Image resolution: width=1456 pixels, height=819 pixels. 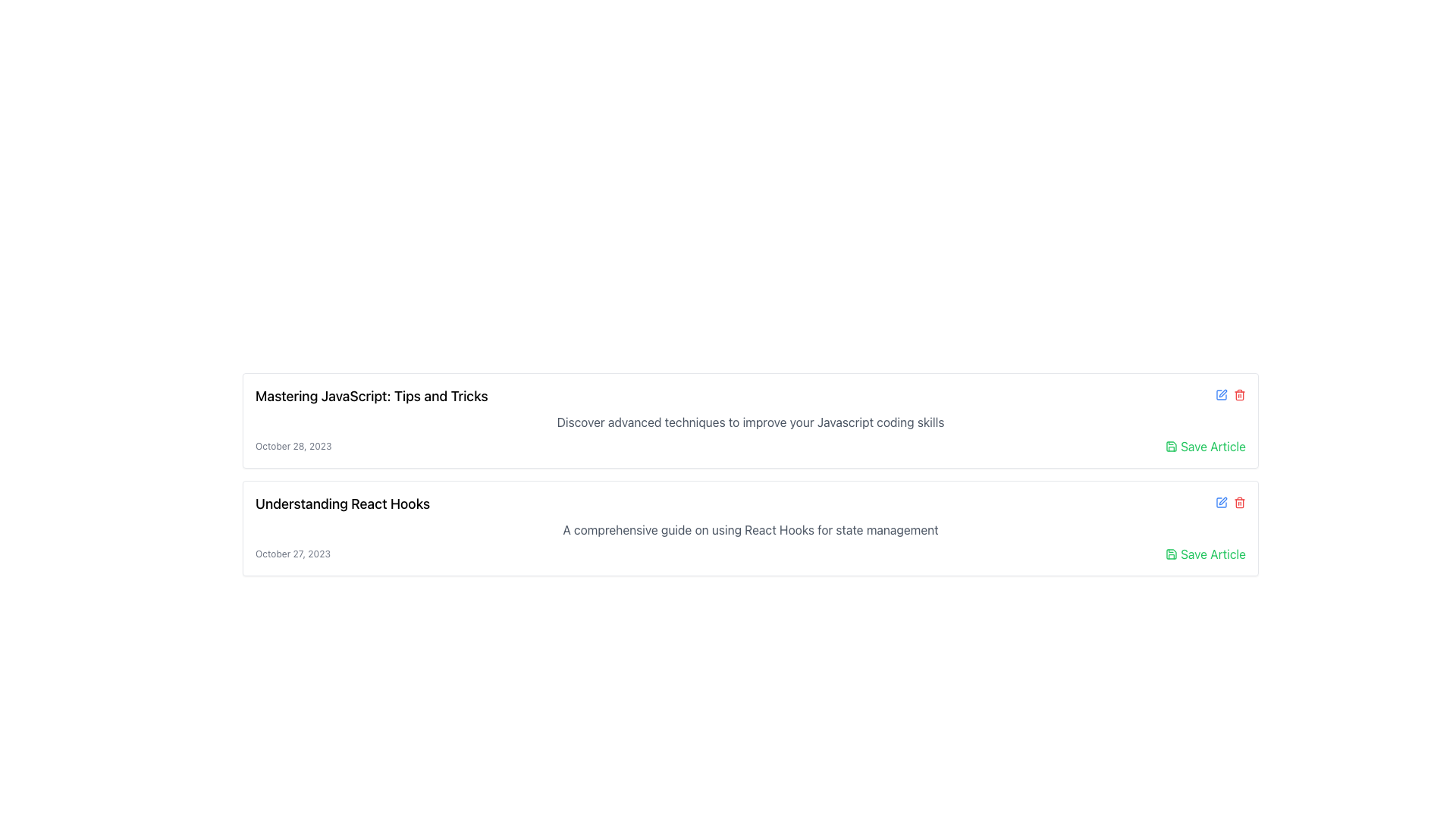 What do you see at coordinates (1222, 500) in the screenshot?
I see `the pen icon to initiate an edit action for the content associated with 'Understanding React Hooks'` at bounding box center [1222, 500].